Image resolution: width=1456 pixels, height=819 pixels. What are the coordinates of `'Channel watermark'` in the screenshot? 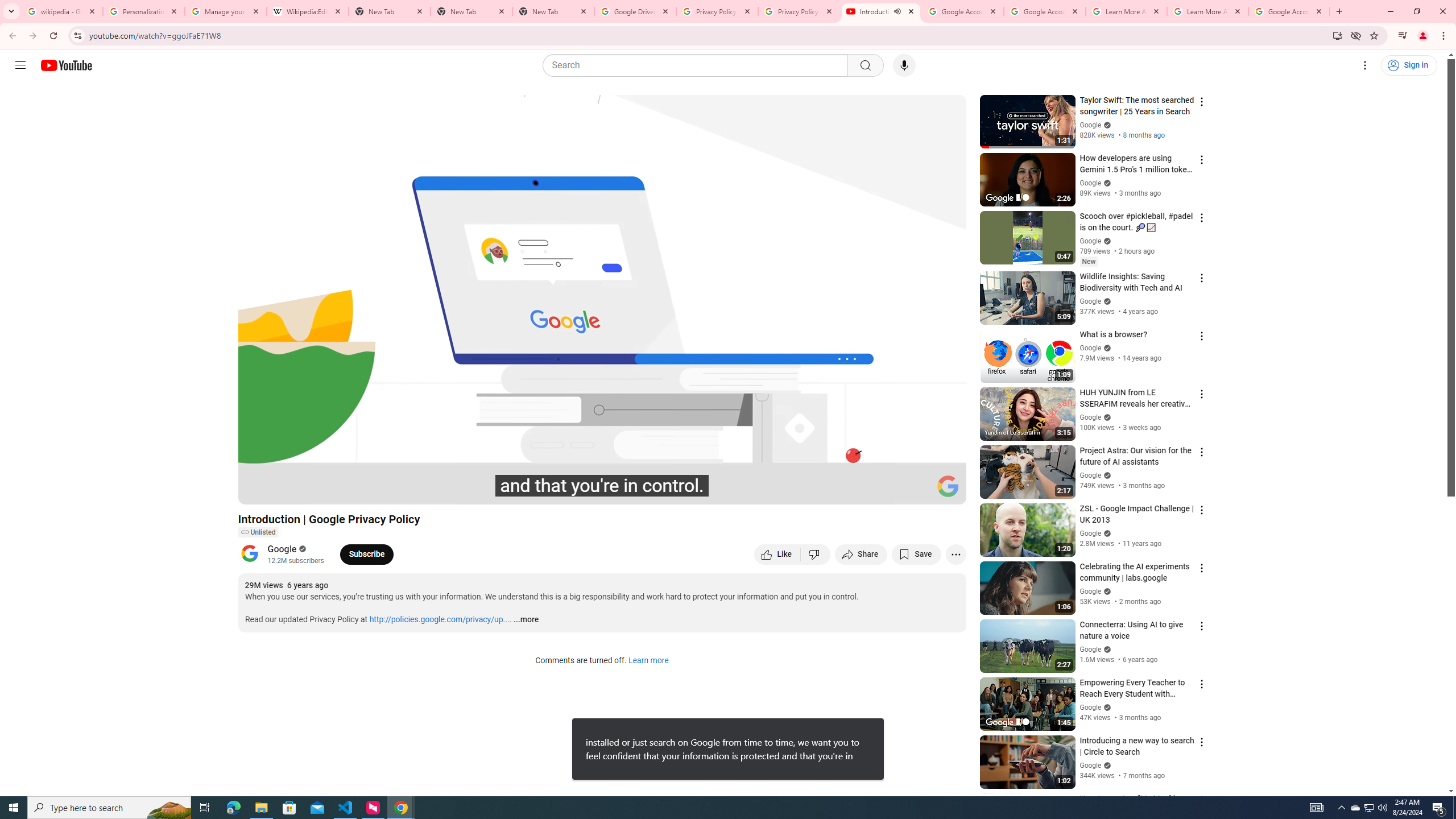 It's located at (948, 486).